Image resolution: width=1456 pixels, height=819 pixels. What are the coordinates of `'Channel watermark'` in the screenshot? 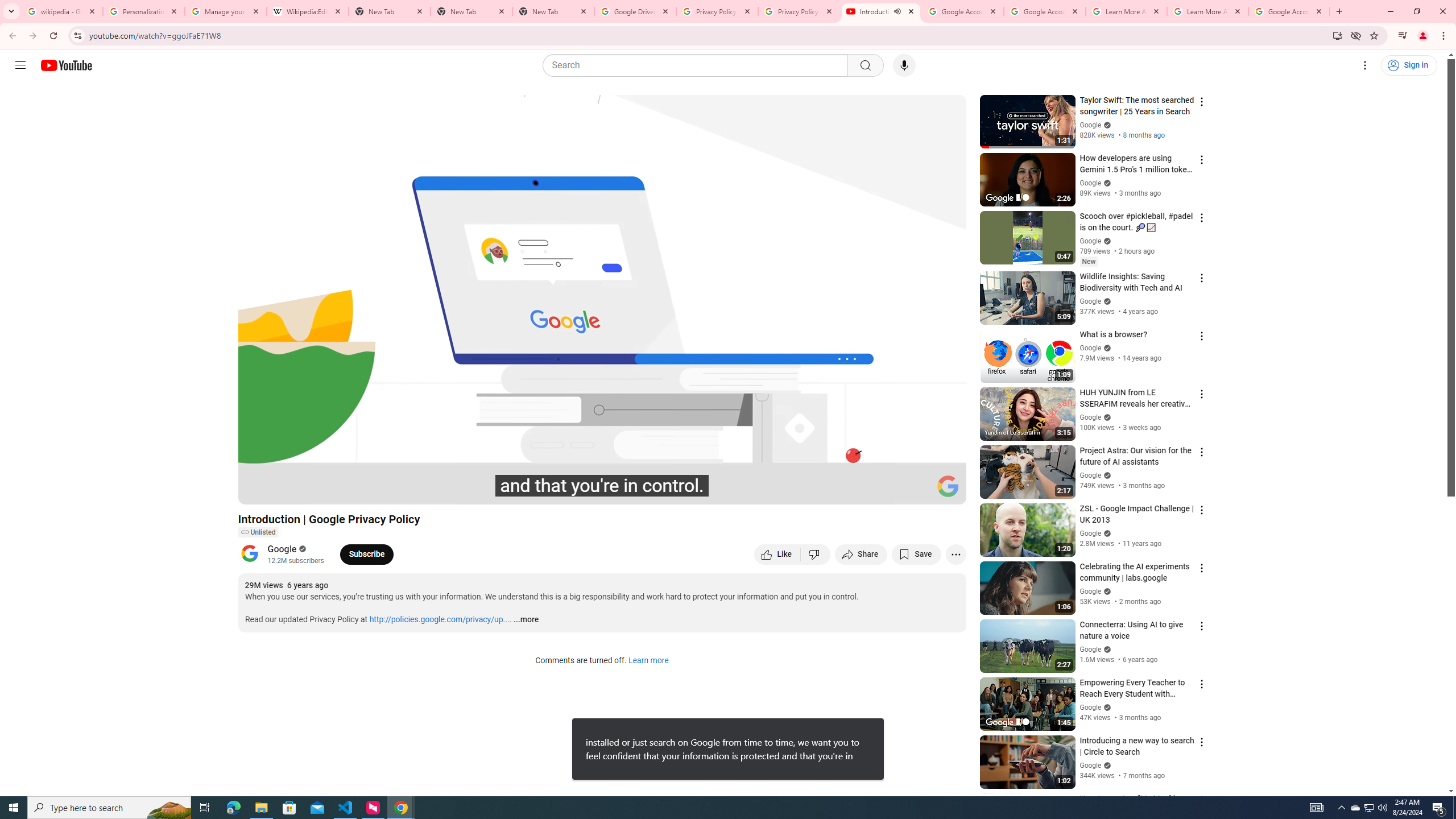 It's located at (948, 486).